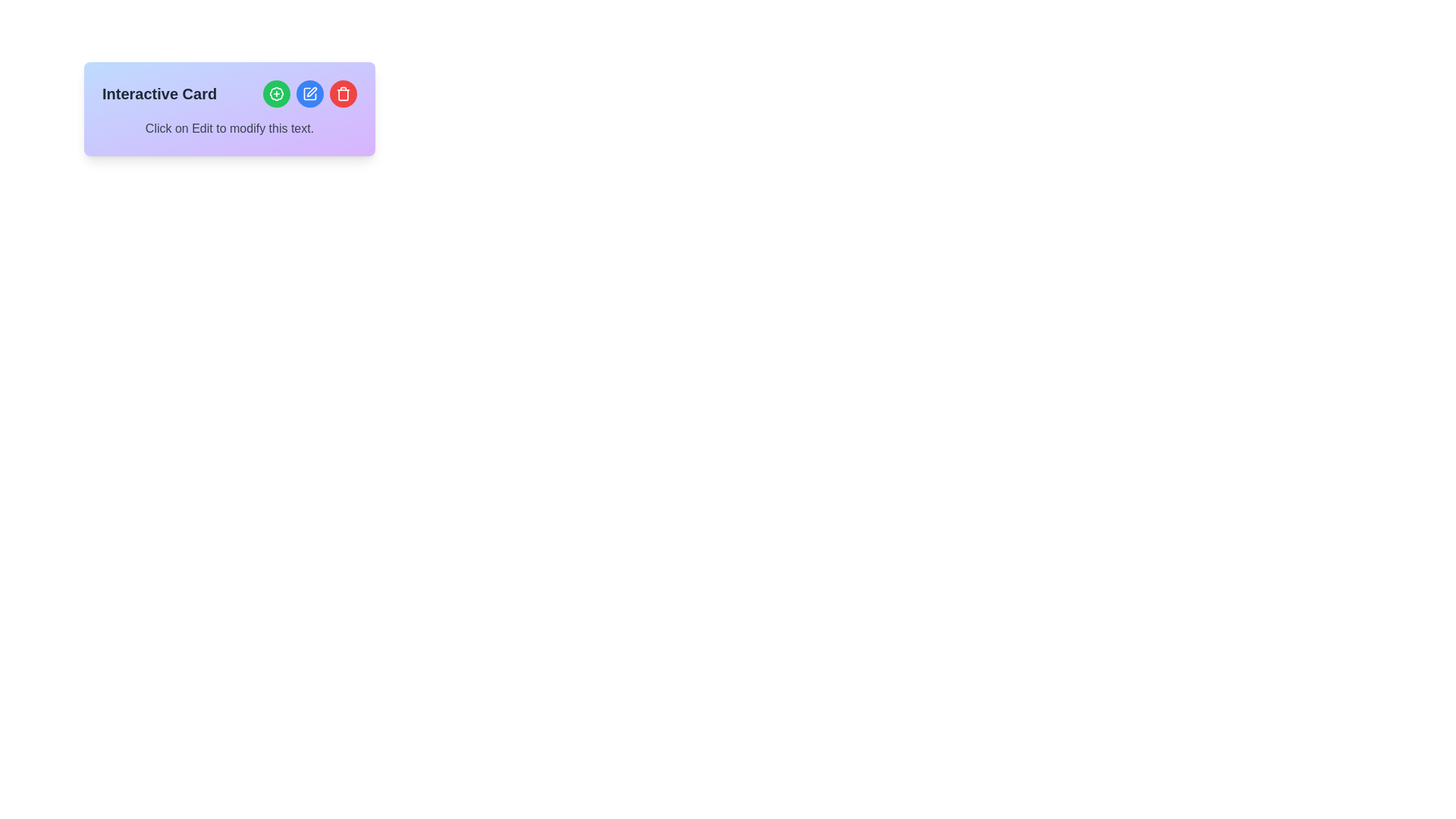  What do you see at coordinates (276, 93) in the screenshot?
I see `the green circular button with a white plus icon, which is the leftmost button in a row of three buttons within the 'Interactive Card'` at bounding box center [276, 93].